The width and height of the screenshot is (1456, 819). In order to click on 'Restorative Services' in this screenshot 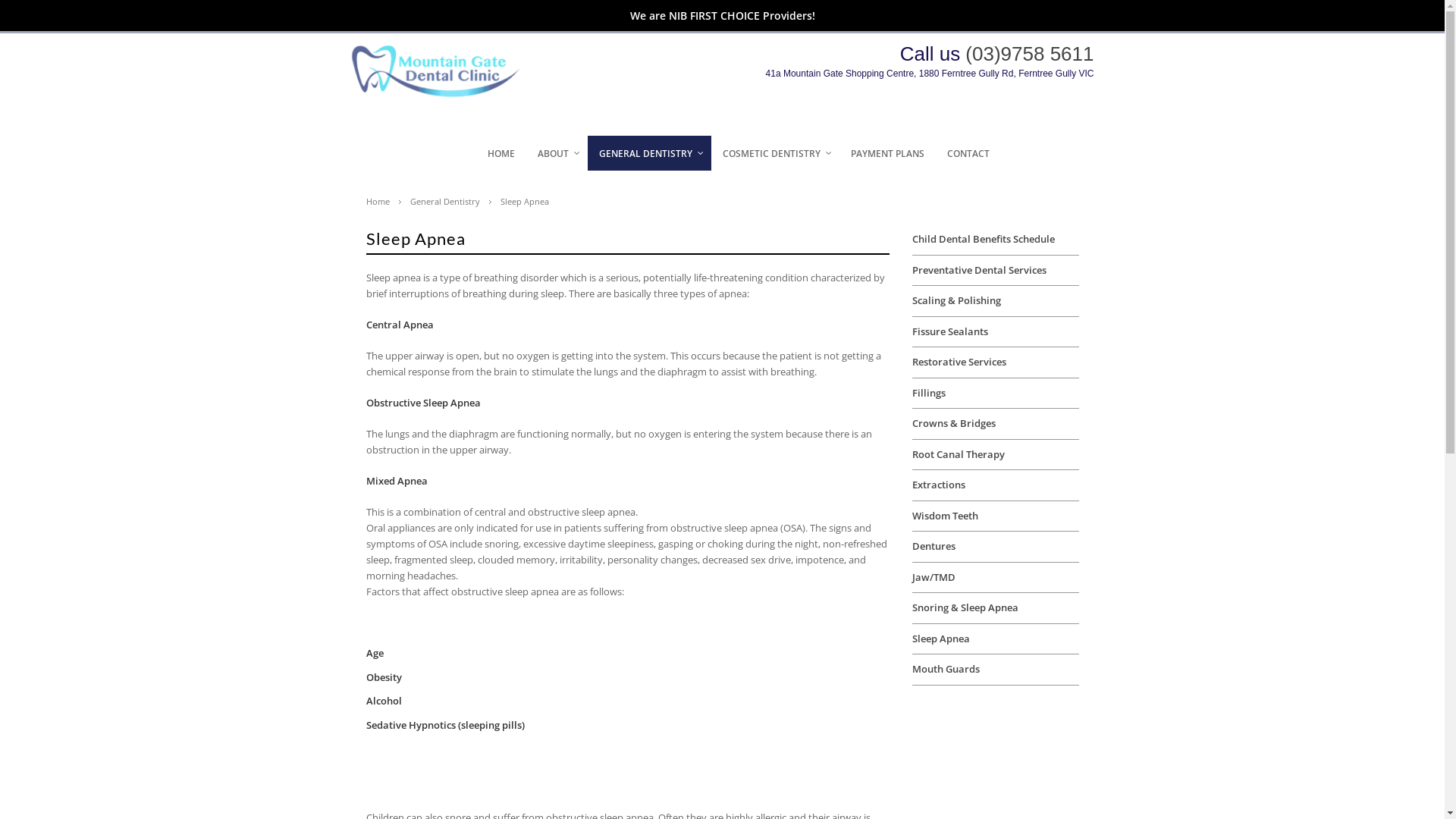, I will do `click(910, 362)`.